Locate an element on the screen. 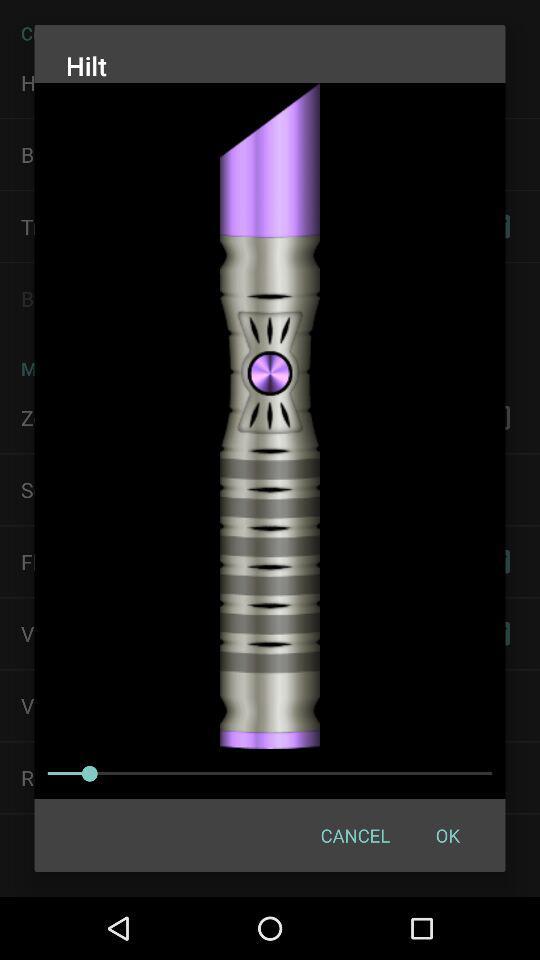  cancel item is located at coordinates (354, 835).